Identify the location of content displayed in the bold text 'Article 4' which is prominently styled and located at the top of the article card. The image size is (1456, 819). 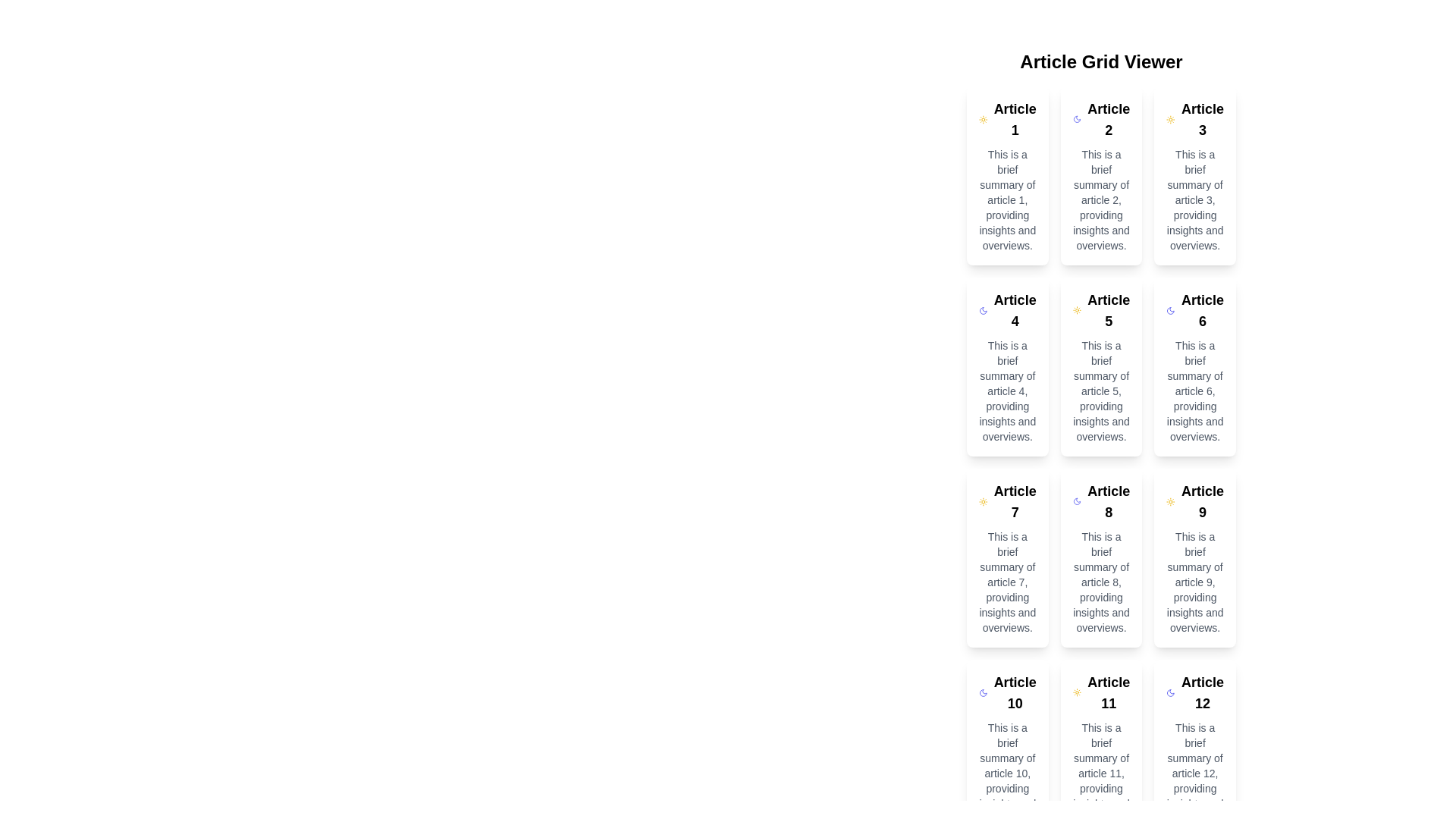
(1015, 309).